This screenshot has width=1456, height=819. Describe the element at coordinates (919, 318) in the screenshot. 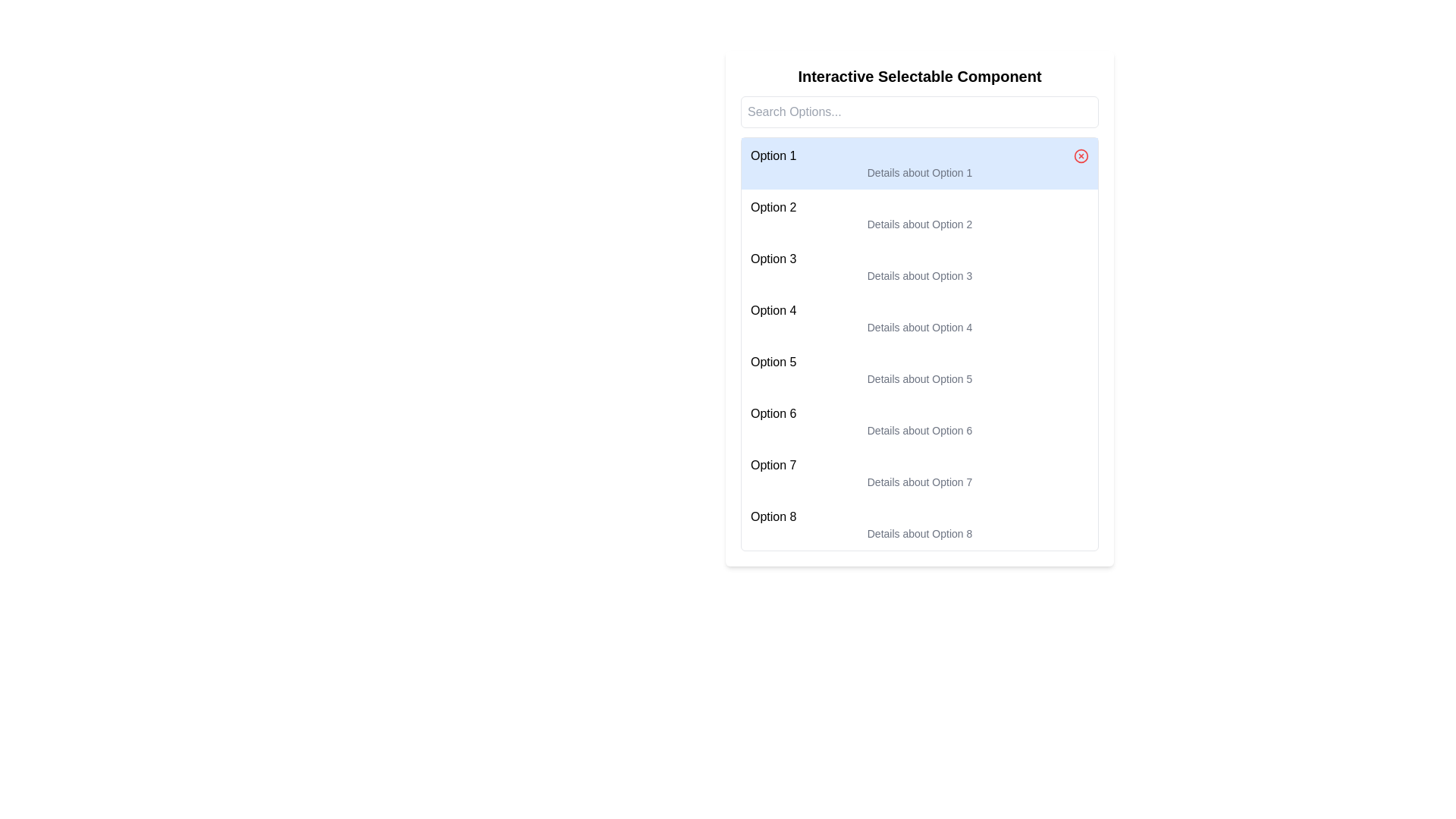

I see `the text displayed in the fourth item of a vertical list of selectable options, positioned between 'Option 3' and 'Option 5'` at that location.